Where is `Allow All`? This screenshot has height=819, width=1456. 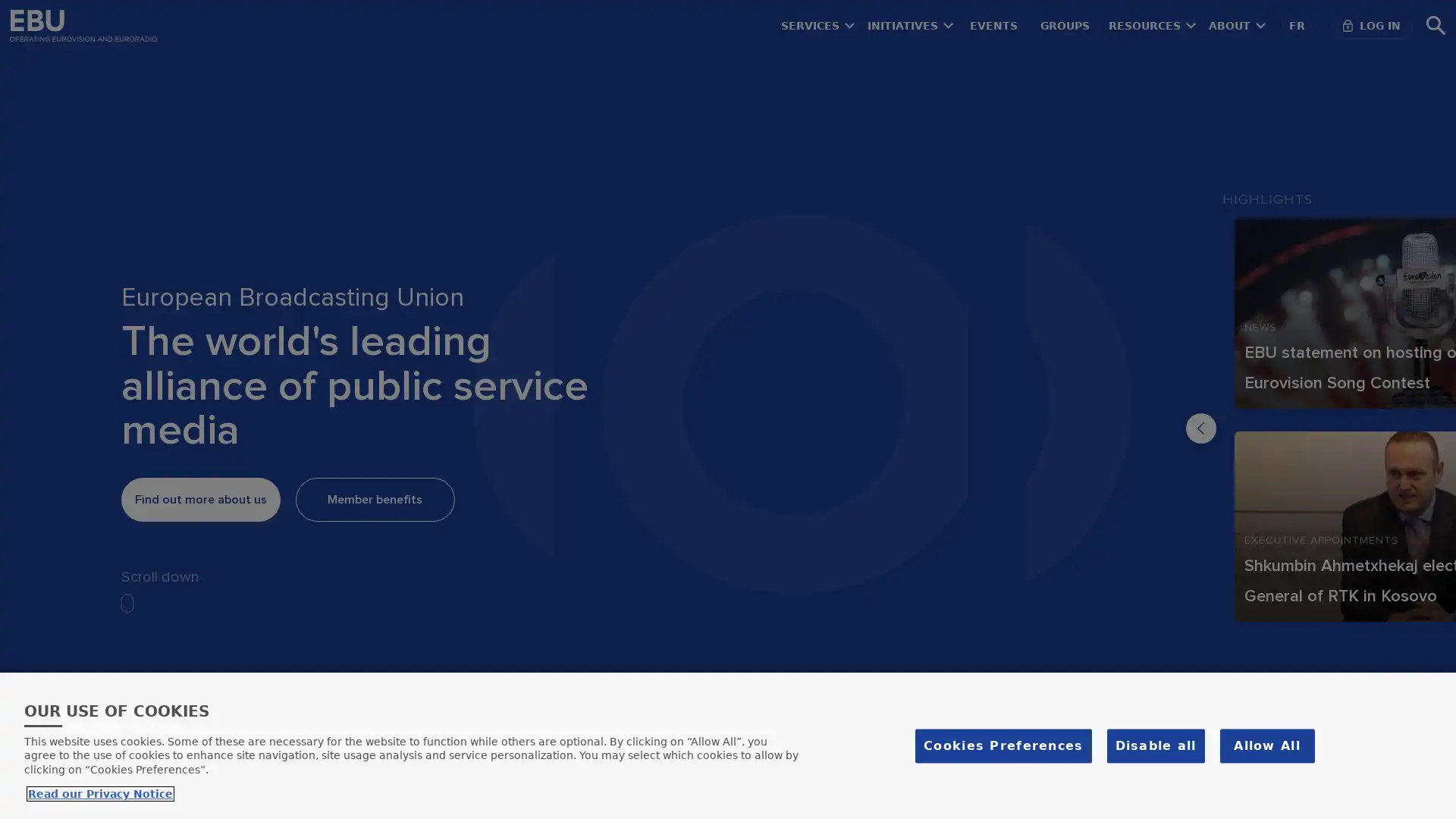
Allow All is located at coordinates (1266, 745).